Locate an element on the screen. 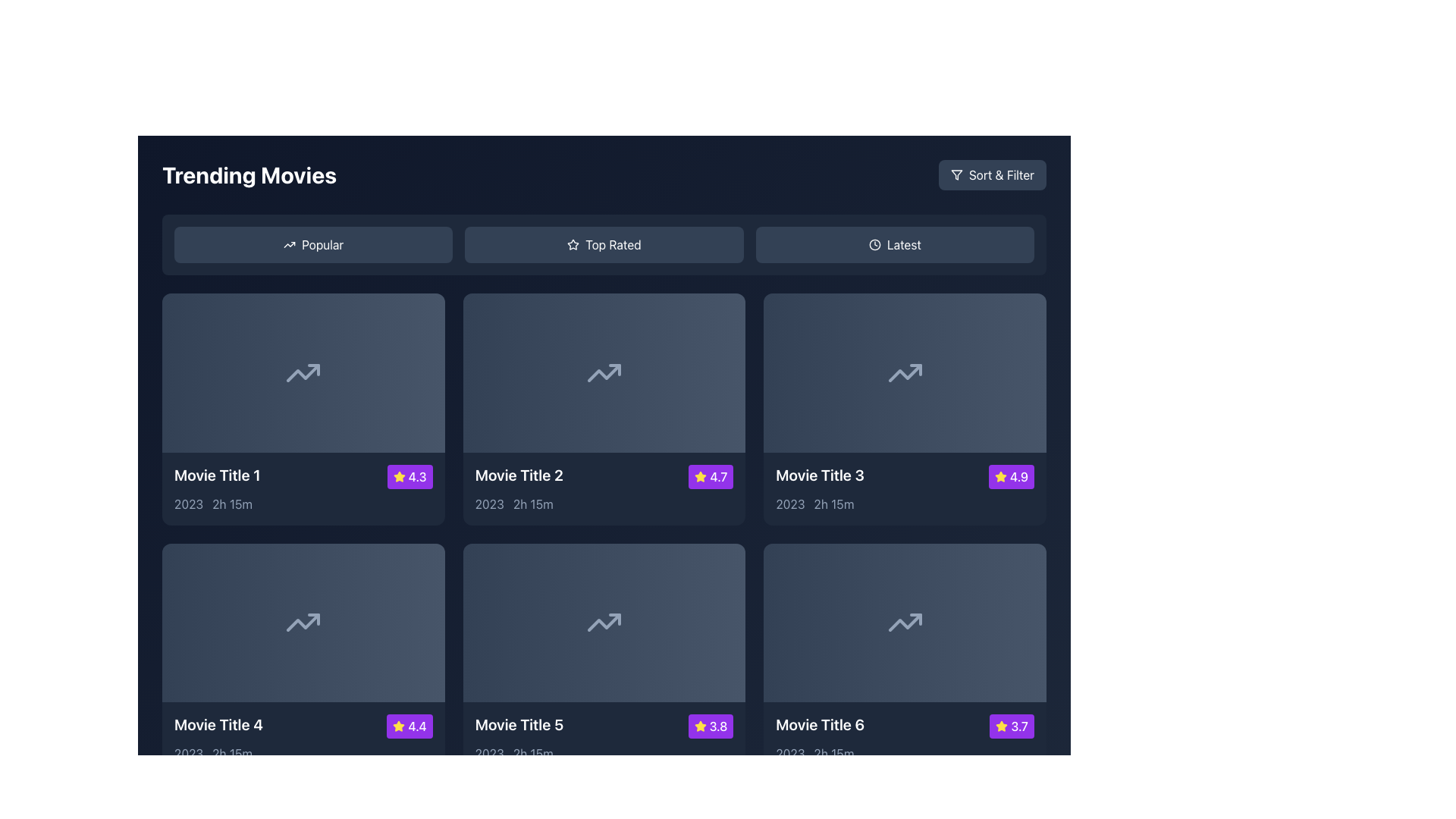 The image size is (1456, 819). title 'Trending Movies' from the text label located in the top-left section of the page interface, next to the 'Sort & Filter' button is located at coordinates (249, 174).